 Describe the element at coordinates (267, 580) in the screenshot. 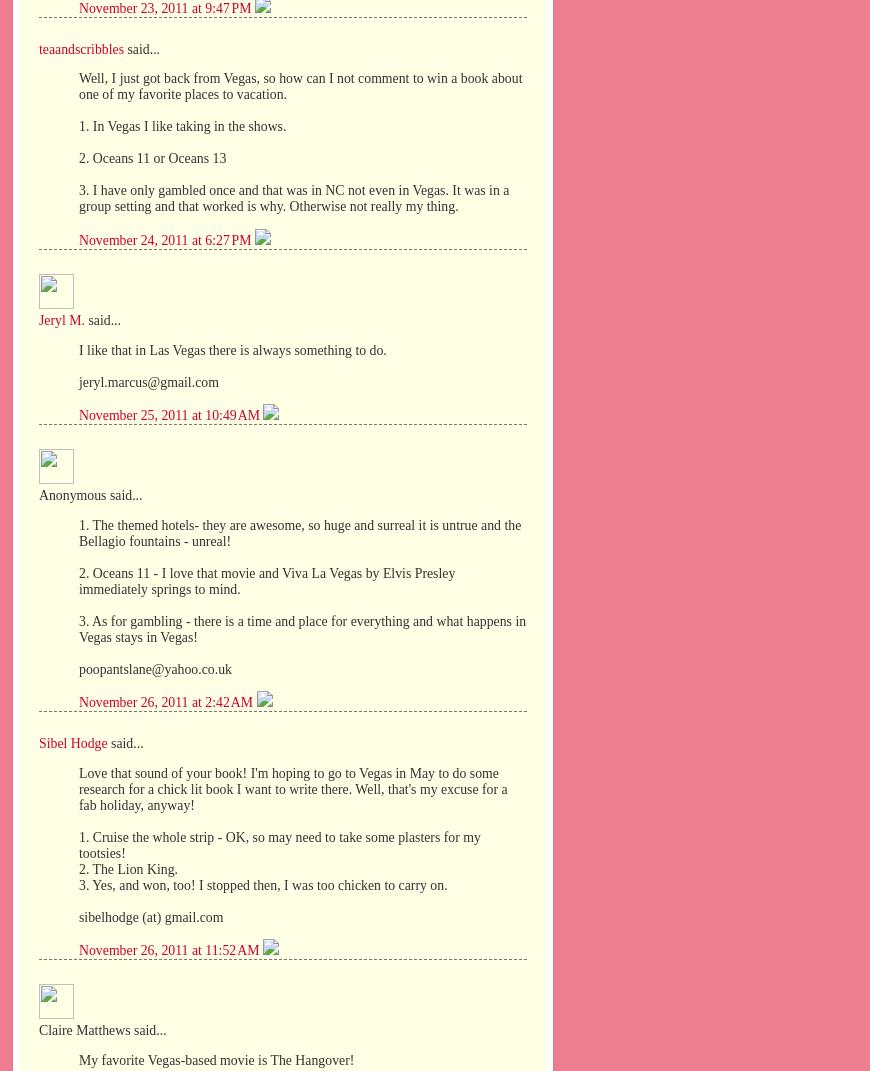

I see `'2. Oceans 11 - I love that movie and Viva La Vegas by Elvis Presley immediately springs to mind.'` at that location.